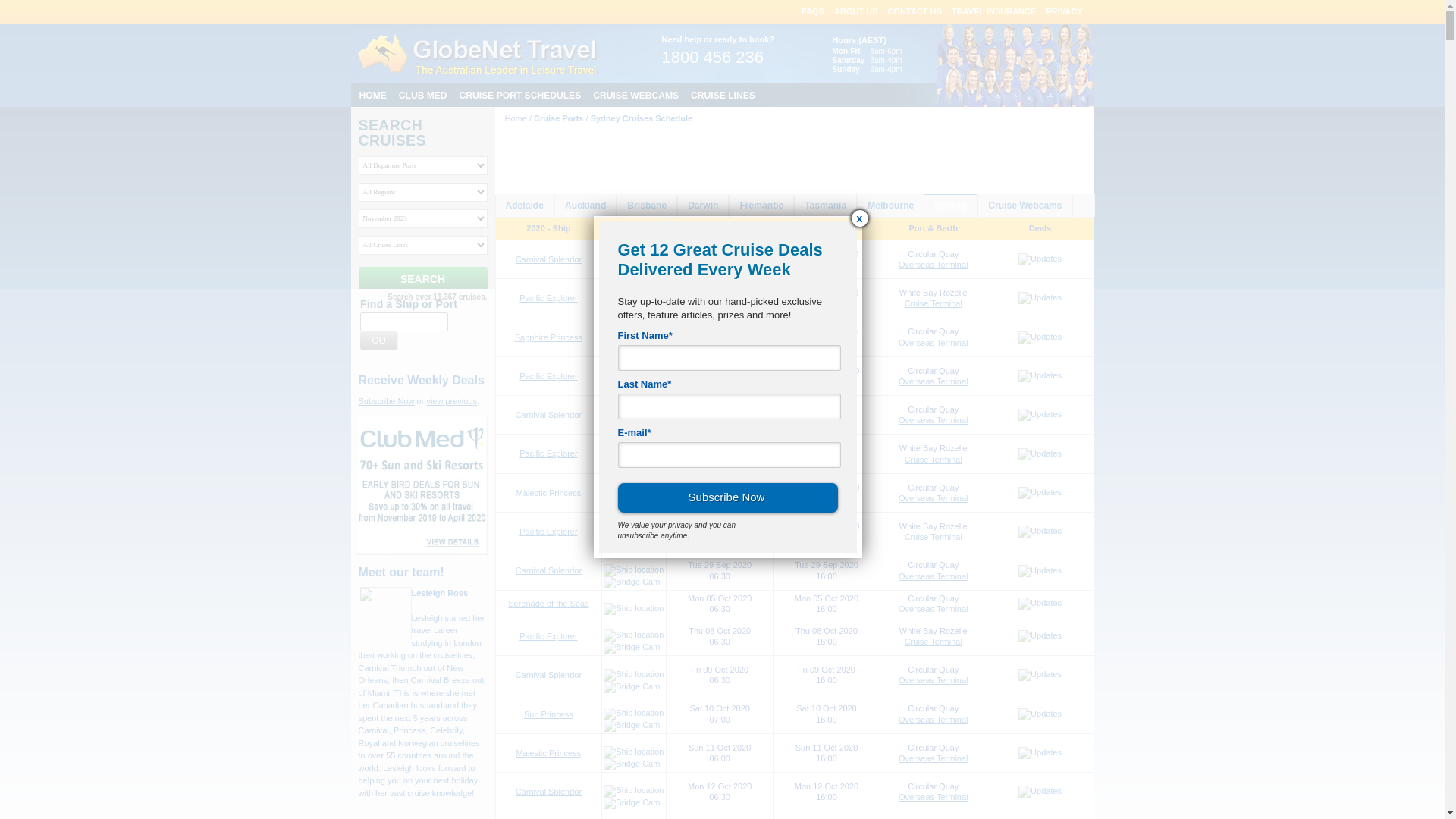 This screenshot has height=819, width=1456. Describe the element at coordinates (548, 493) in the screenshot. I see `'Majestic Princess'` at that location.